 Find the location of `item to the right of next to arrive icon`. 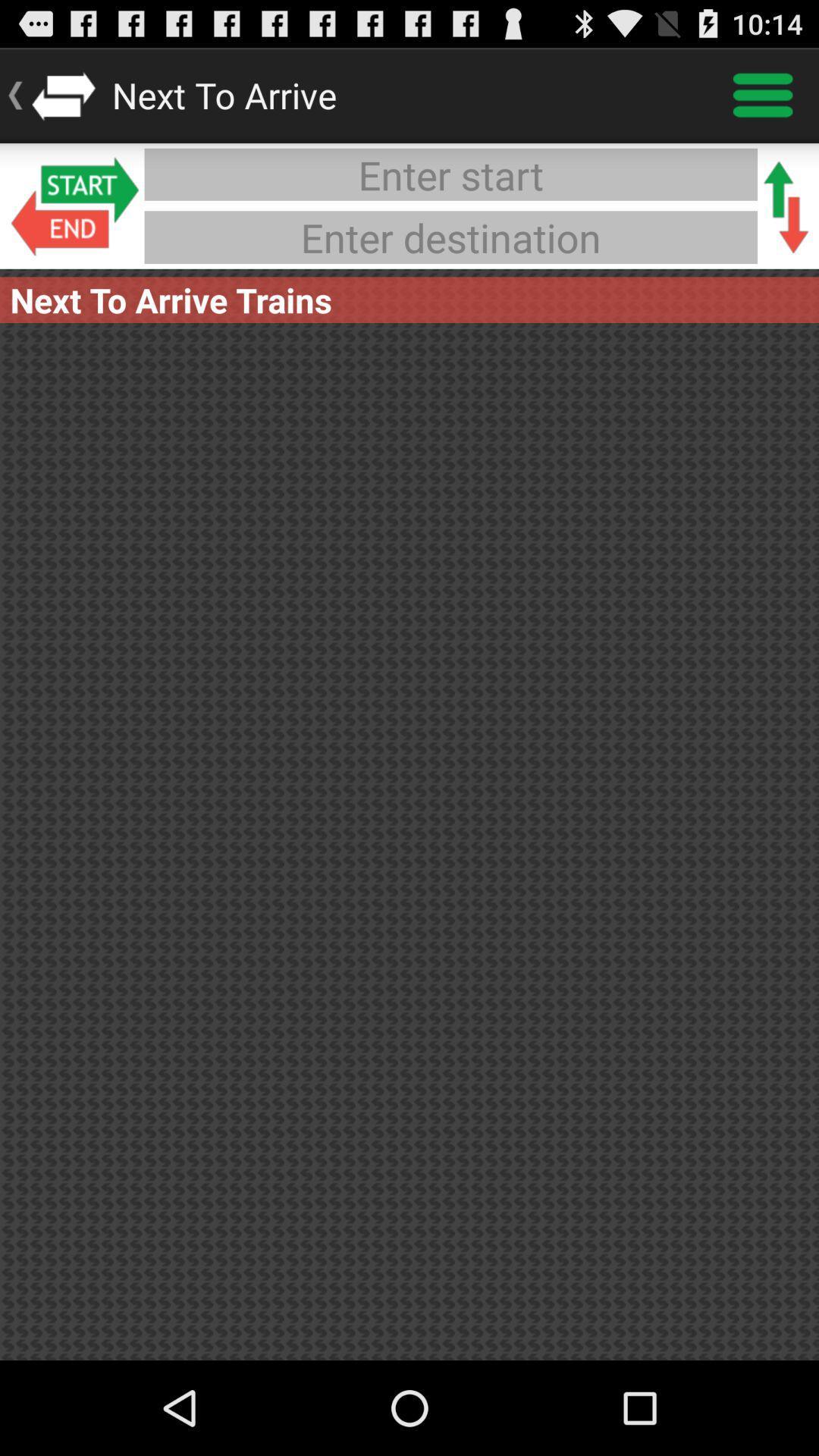

item to the right of next to arrive icon is located at coordinates (763, 94).